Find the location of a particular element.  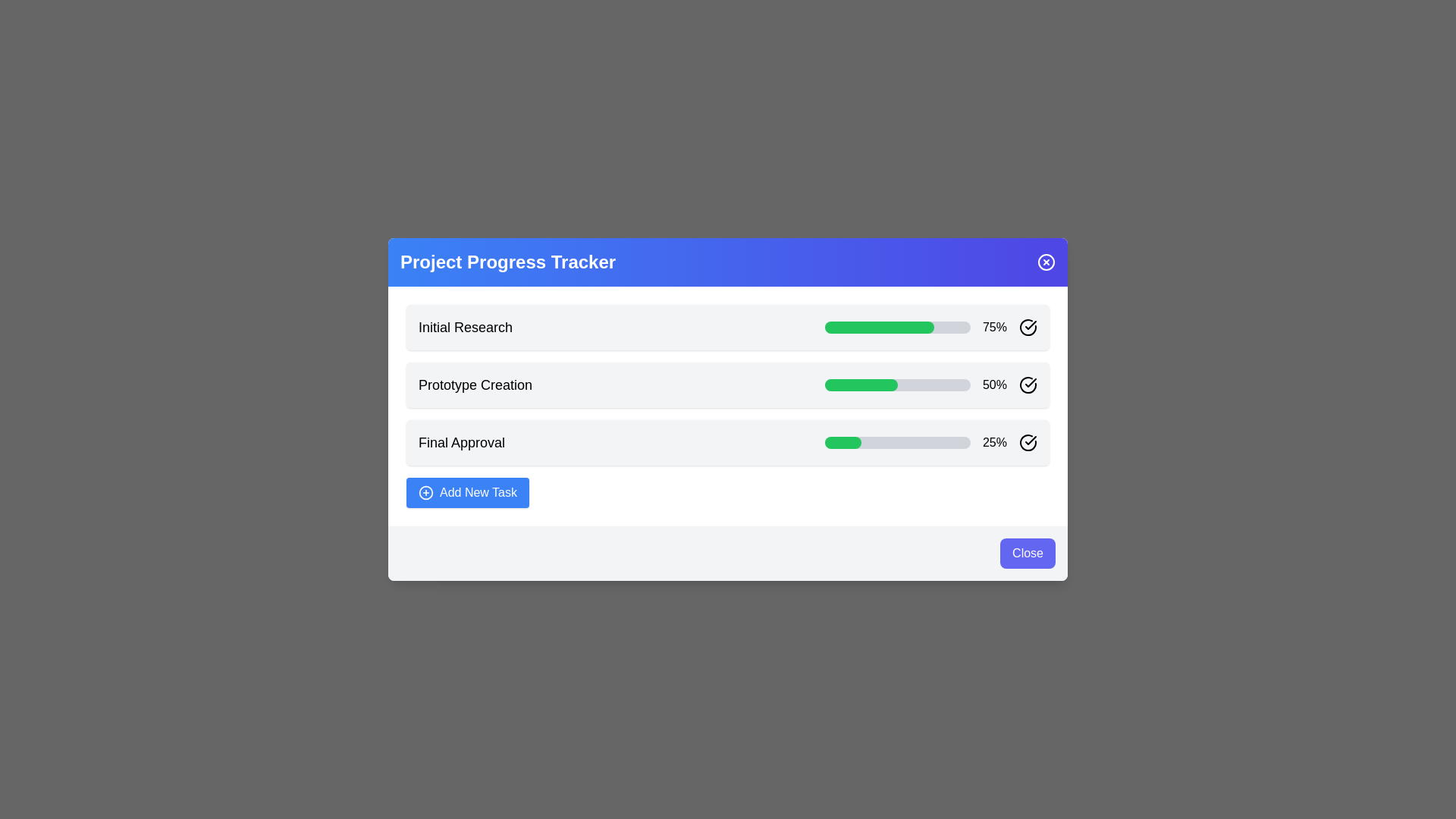

the 'Add New Task' button located at the bottom-left of the project progress tracker card is located at coordinates (477, 493).